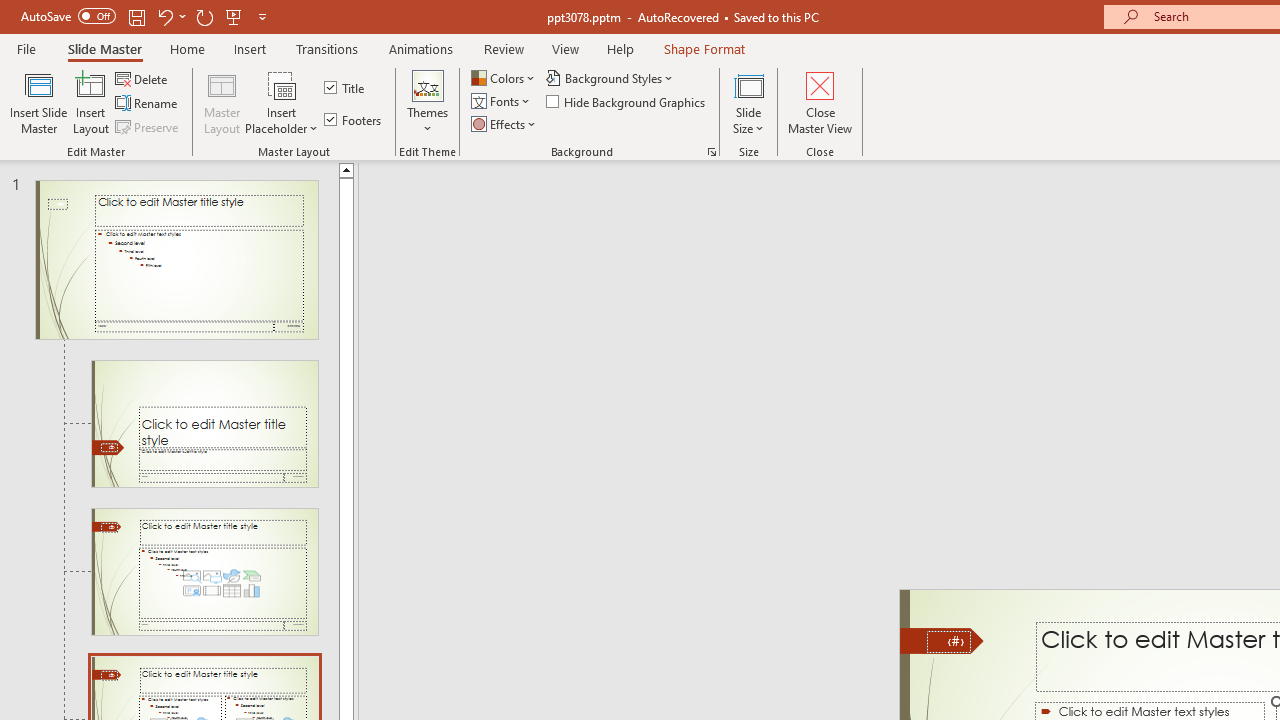  What do you see at coordinates (222, 103) in the screenshot?
I see `'Master Layout...'` at bounding box center [222, 103].